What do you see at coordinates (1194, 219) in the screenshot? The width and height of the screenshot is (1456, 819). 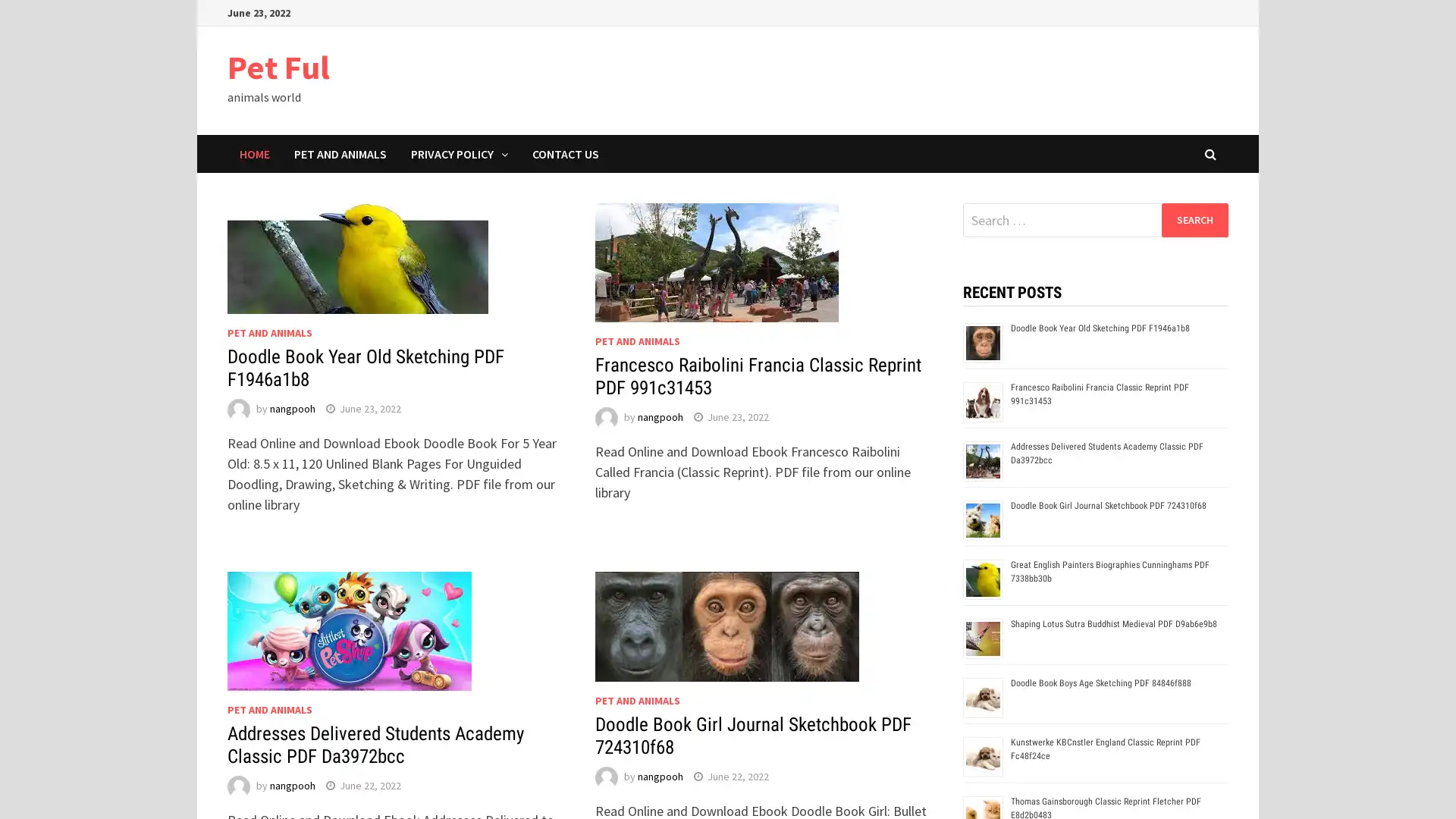 I see `Search` at bounding box center [1194, 219].